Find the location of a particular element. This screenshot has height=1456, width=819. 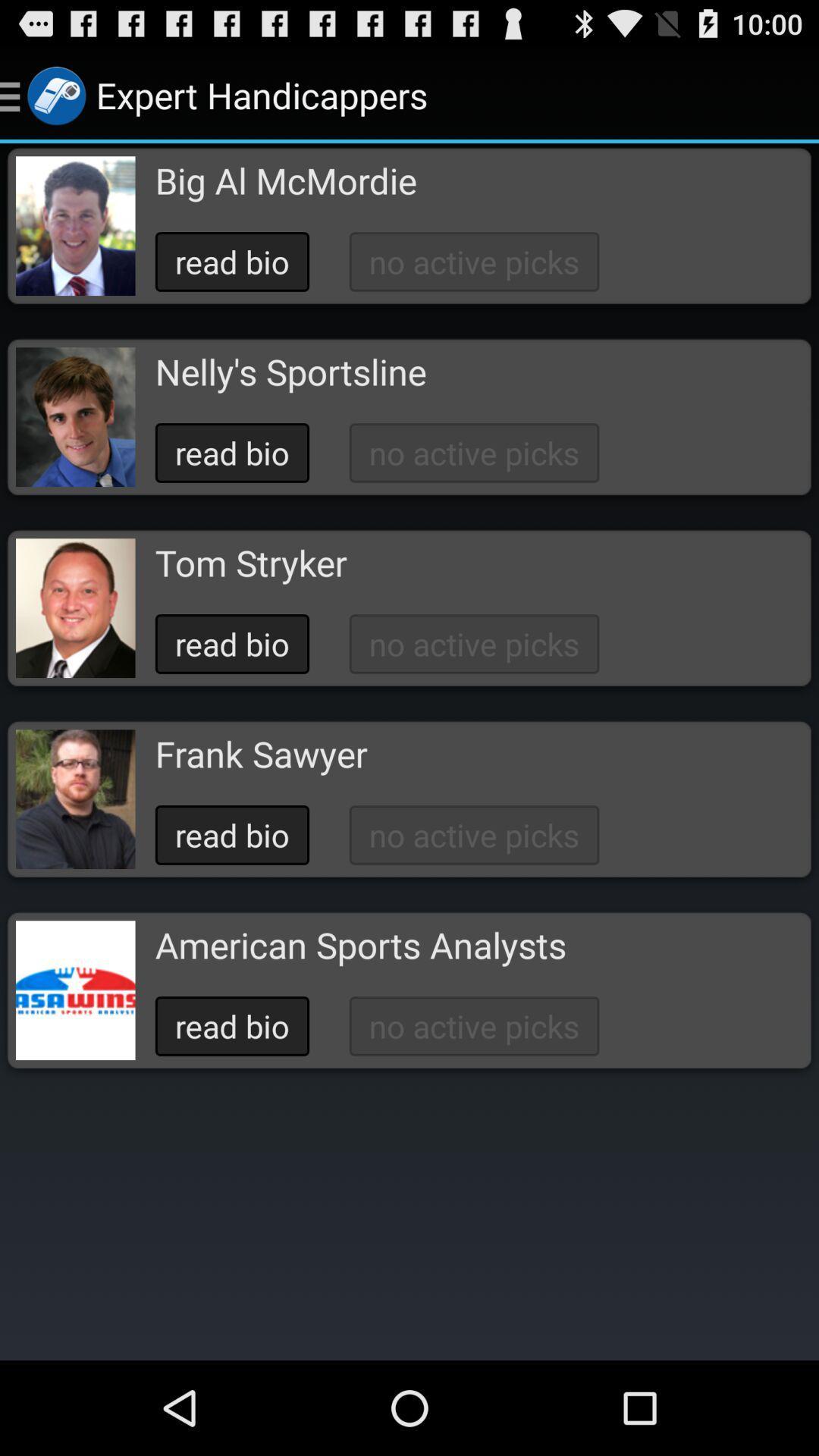

the icon below expert handicappers icon is located at coordinates (286, 180).